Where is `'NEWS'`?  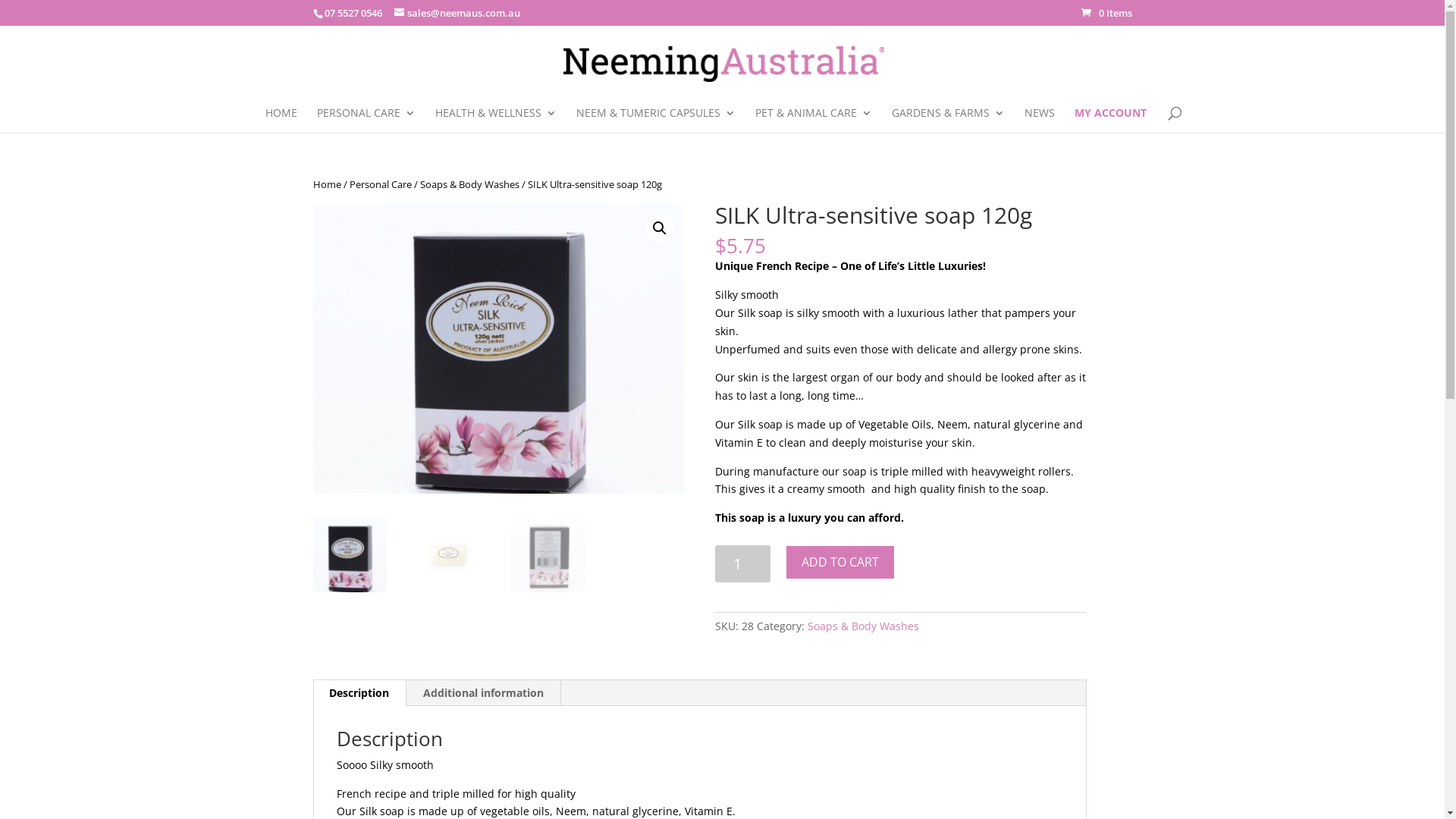
'NEWS' is located at coordinates (1037, 119).